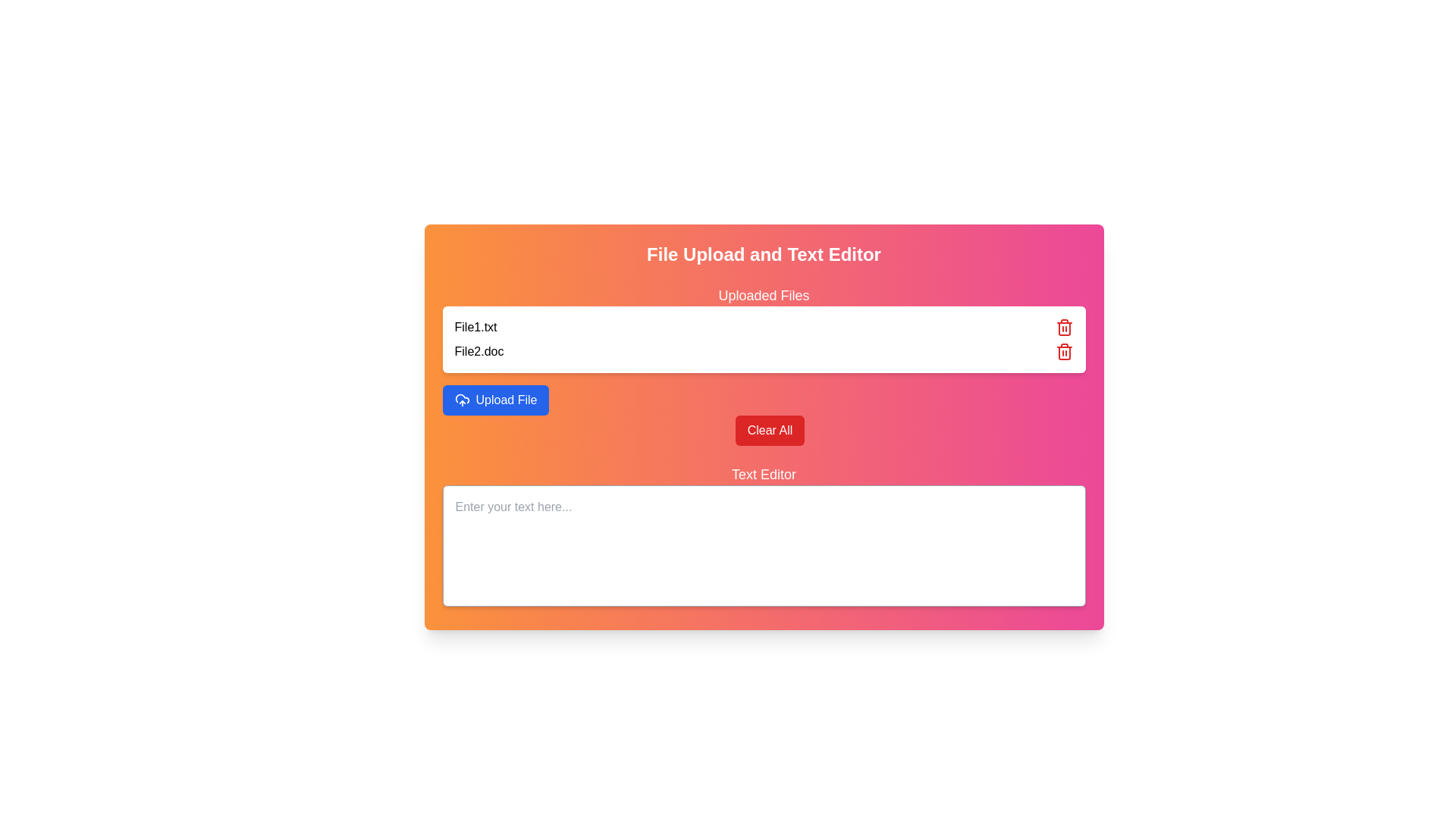 This screenshot has width=1456, height=819. What do you see at coordinates (764, 473) in the screenshot?
I see `the Text label that indicates the function of the text input field in the 'Text Editor' section, positioned above the input box` at bounding box center [764, 473].